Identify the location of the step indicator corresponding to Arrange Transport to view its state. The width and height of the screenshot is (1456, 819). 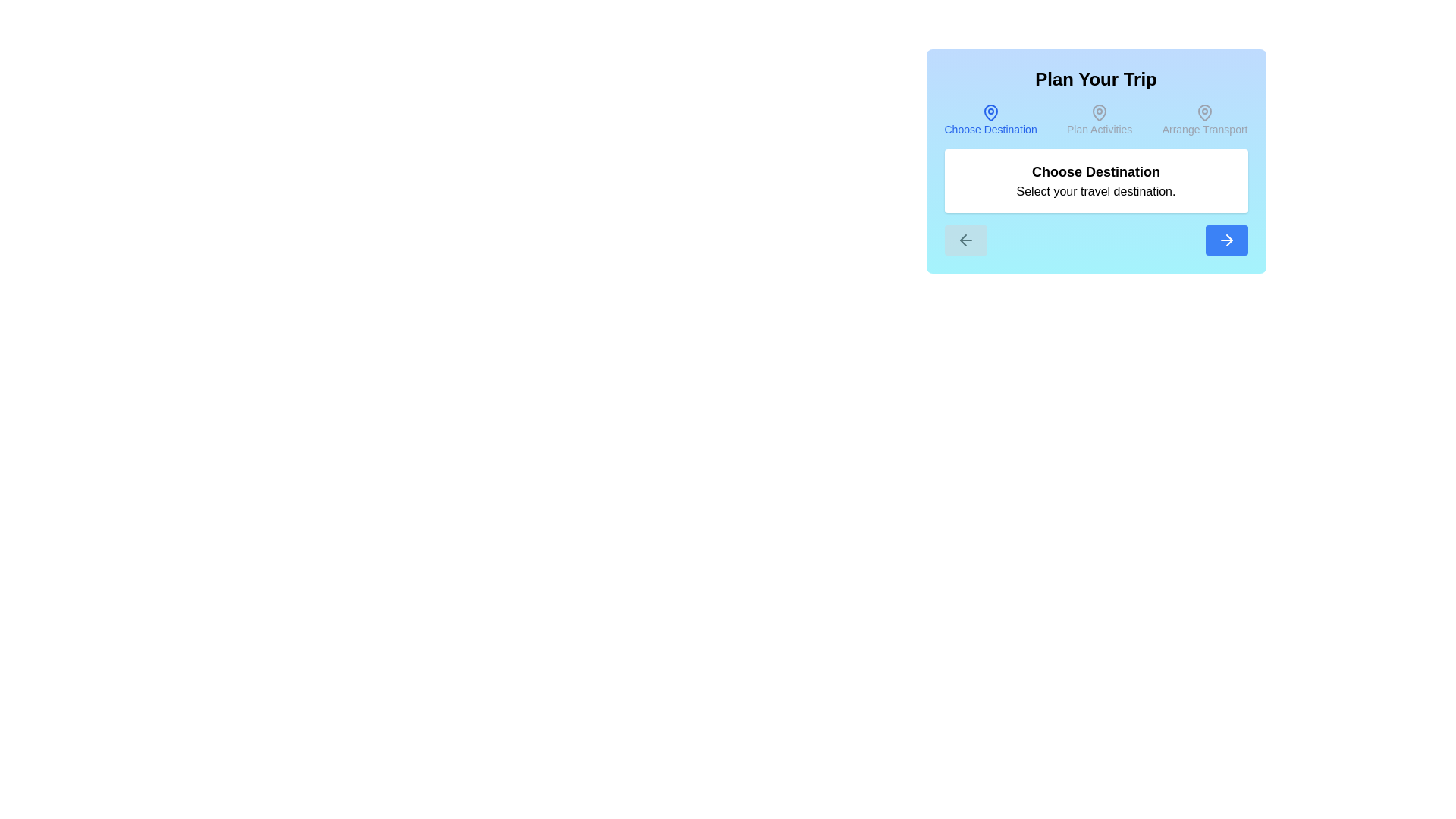
(1203, 119).